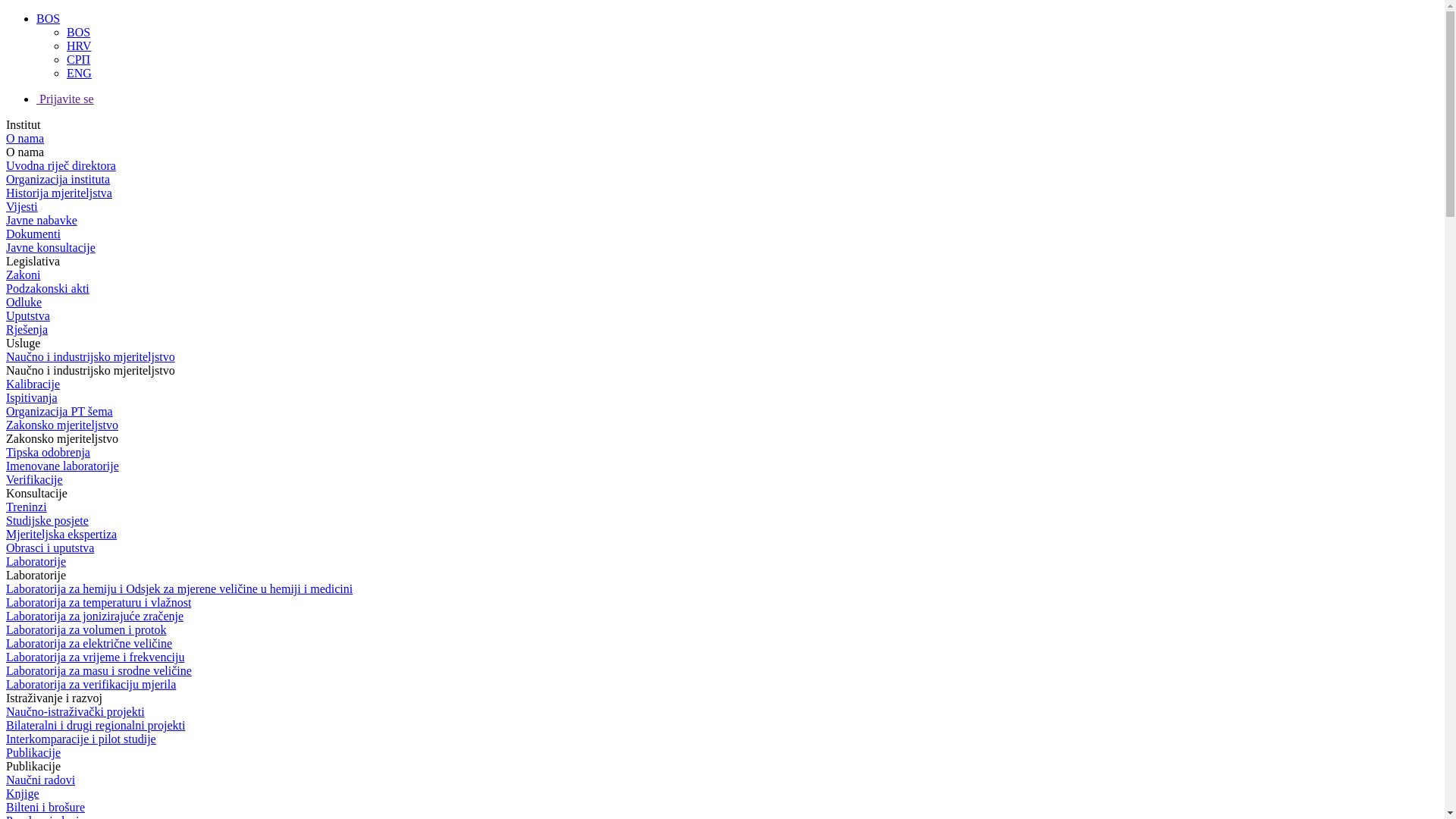  I want to click on 'BOS', so click(48, 18).